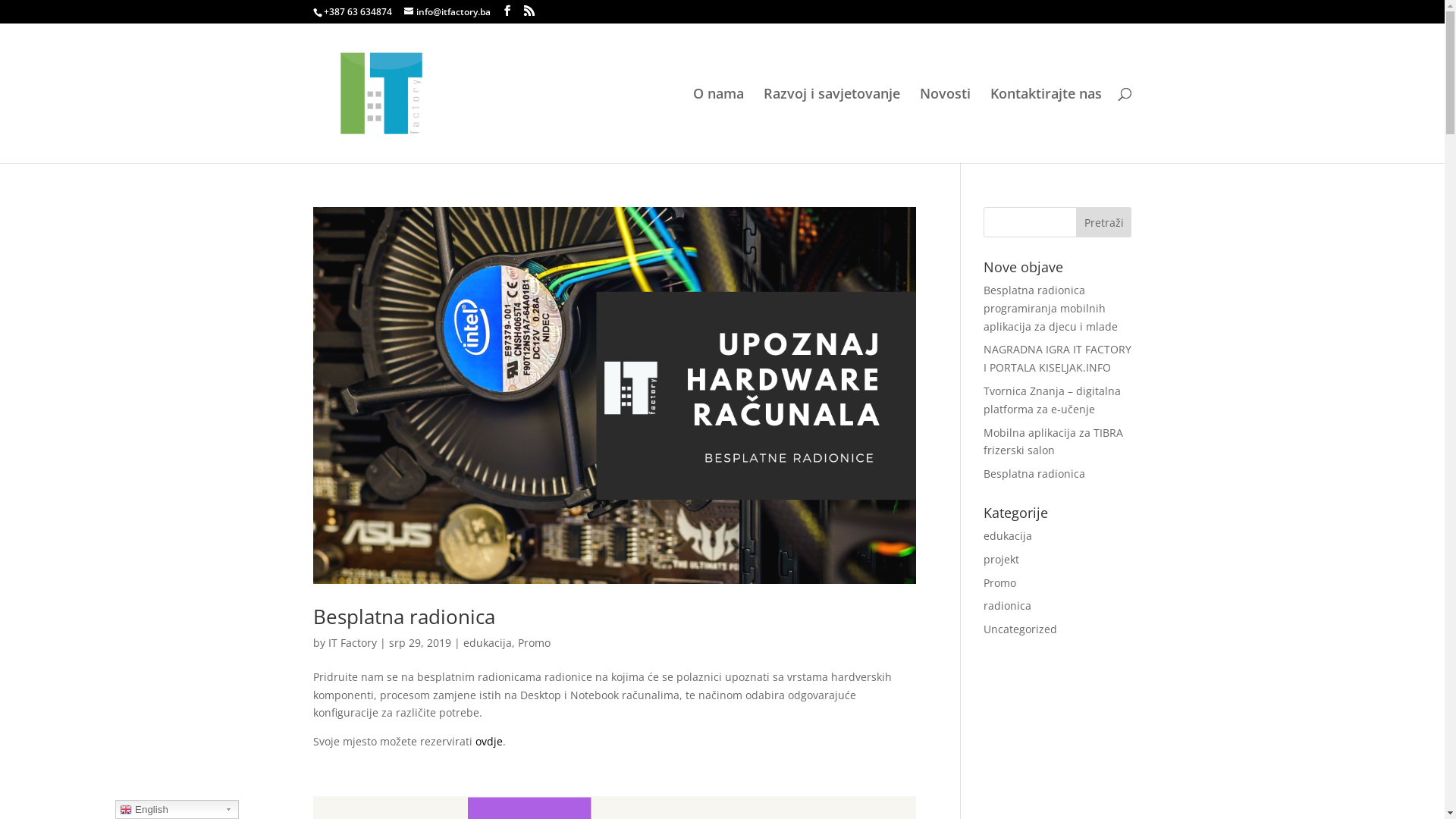  I want to click on 'edukacija', so click(487, 642).